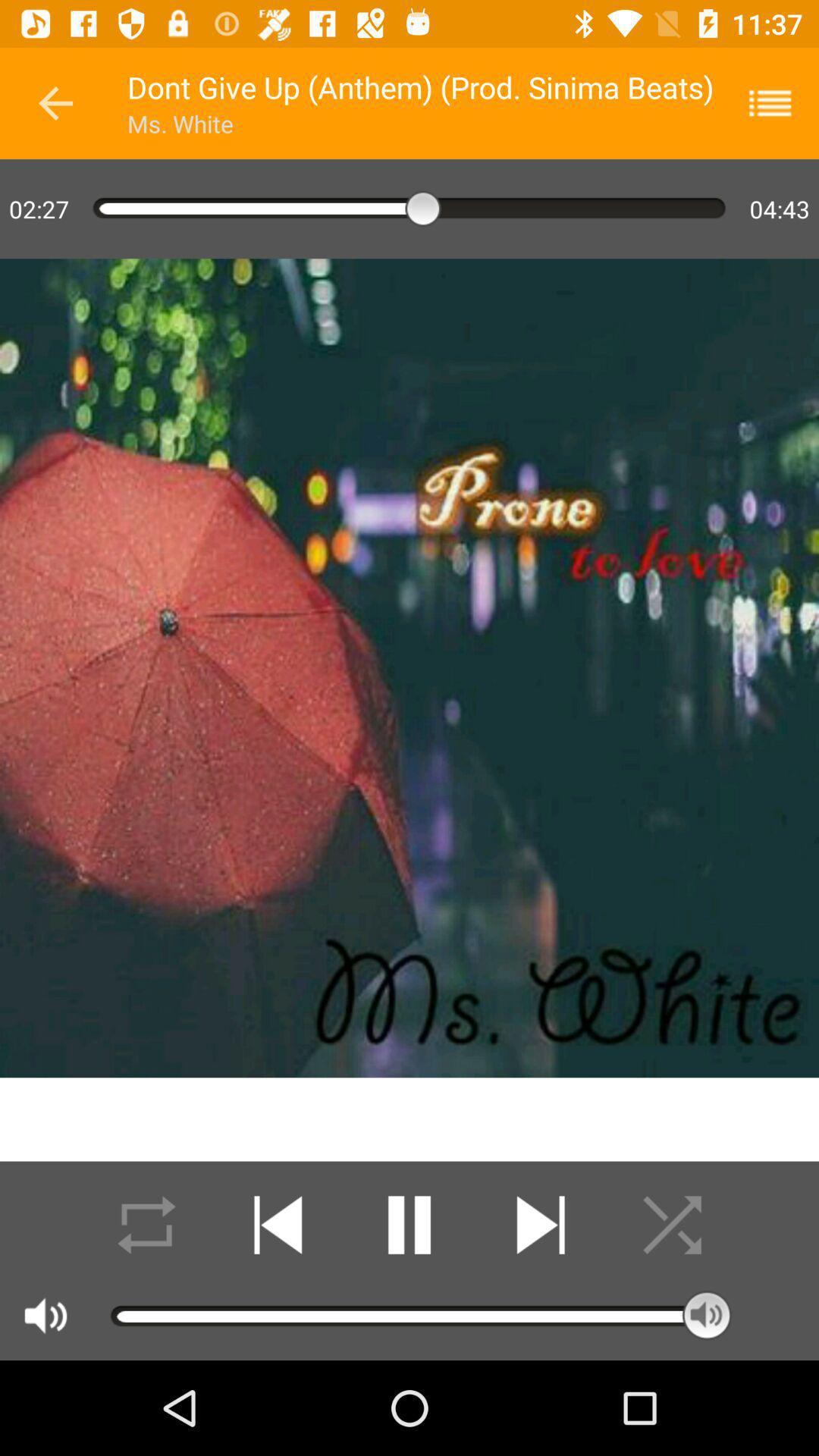 This screenshot has width=819, height=1456. I want to click on fast forward, so click(540, 1225).